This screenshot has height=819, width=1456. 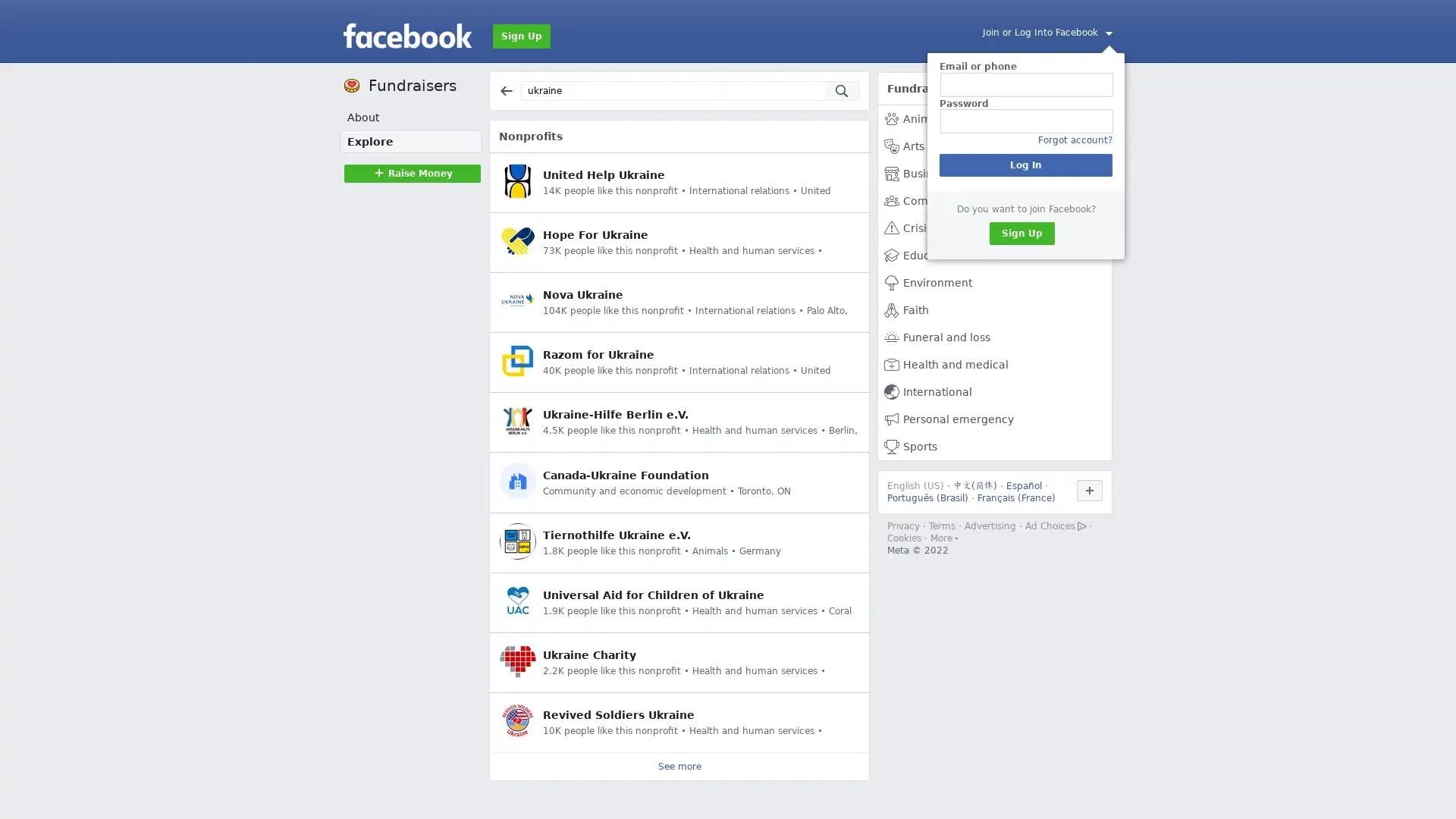 I want to click on (), so click(x=975, y=485).